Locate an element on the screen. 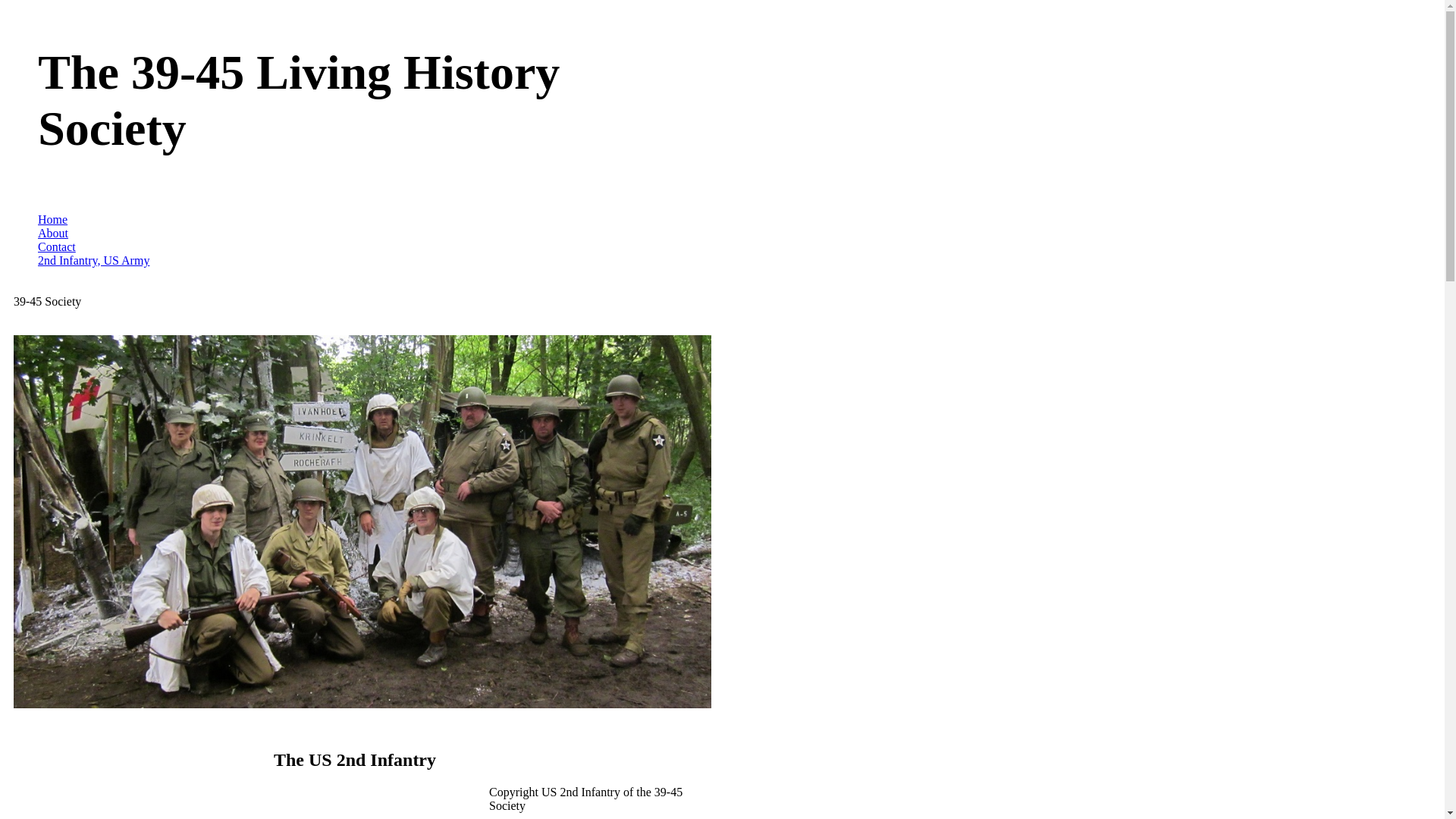 The width and height of the screenshot is (1456, 819). 'About' is located at coordinates (37, 233).